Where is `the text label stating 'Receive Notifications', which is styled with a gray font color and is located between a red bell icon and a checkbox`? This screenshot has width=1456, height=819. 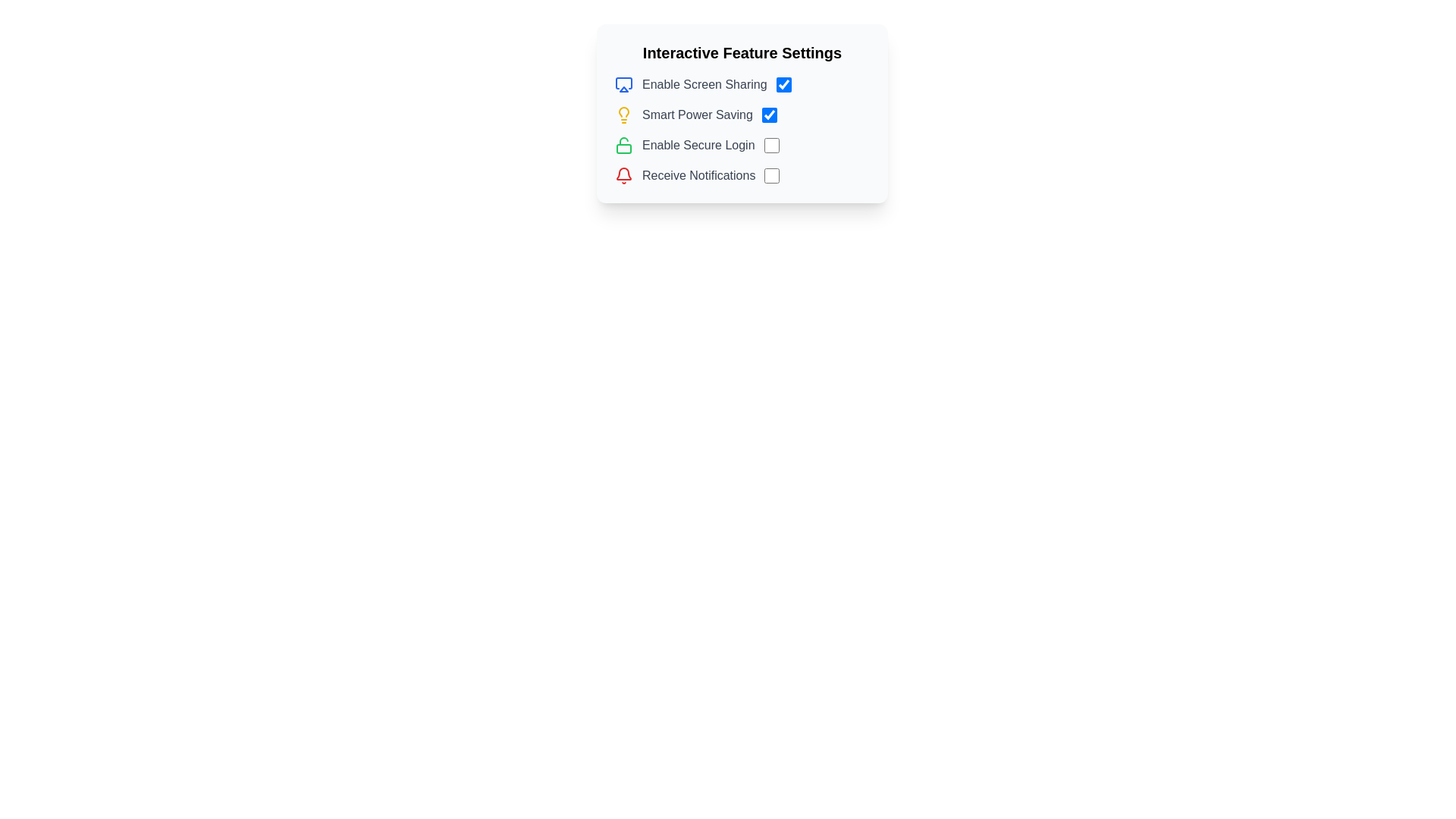 the text label stating 'Receive Notifications', which is styled with a gray font color and is located between a red bell icon and a checkbox is located at coordinates (698, 174).